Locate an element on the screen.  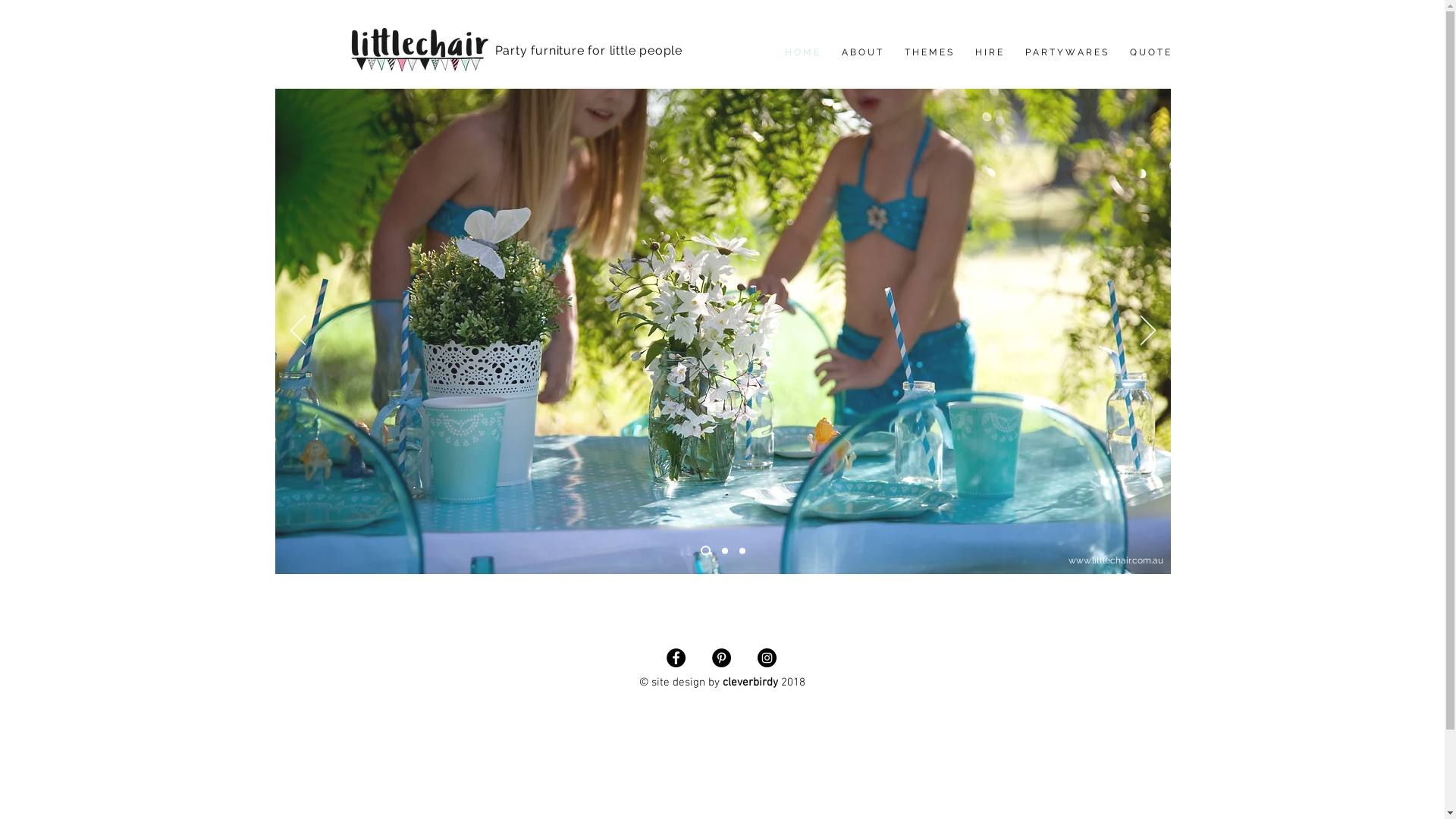
'cleverbirdy' is located at coordinates (749, 681).